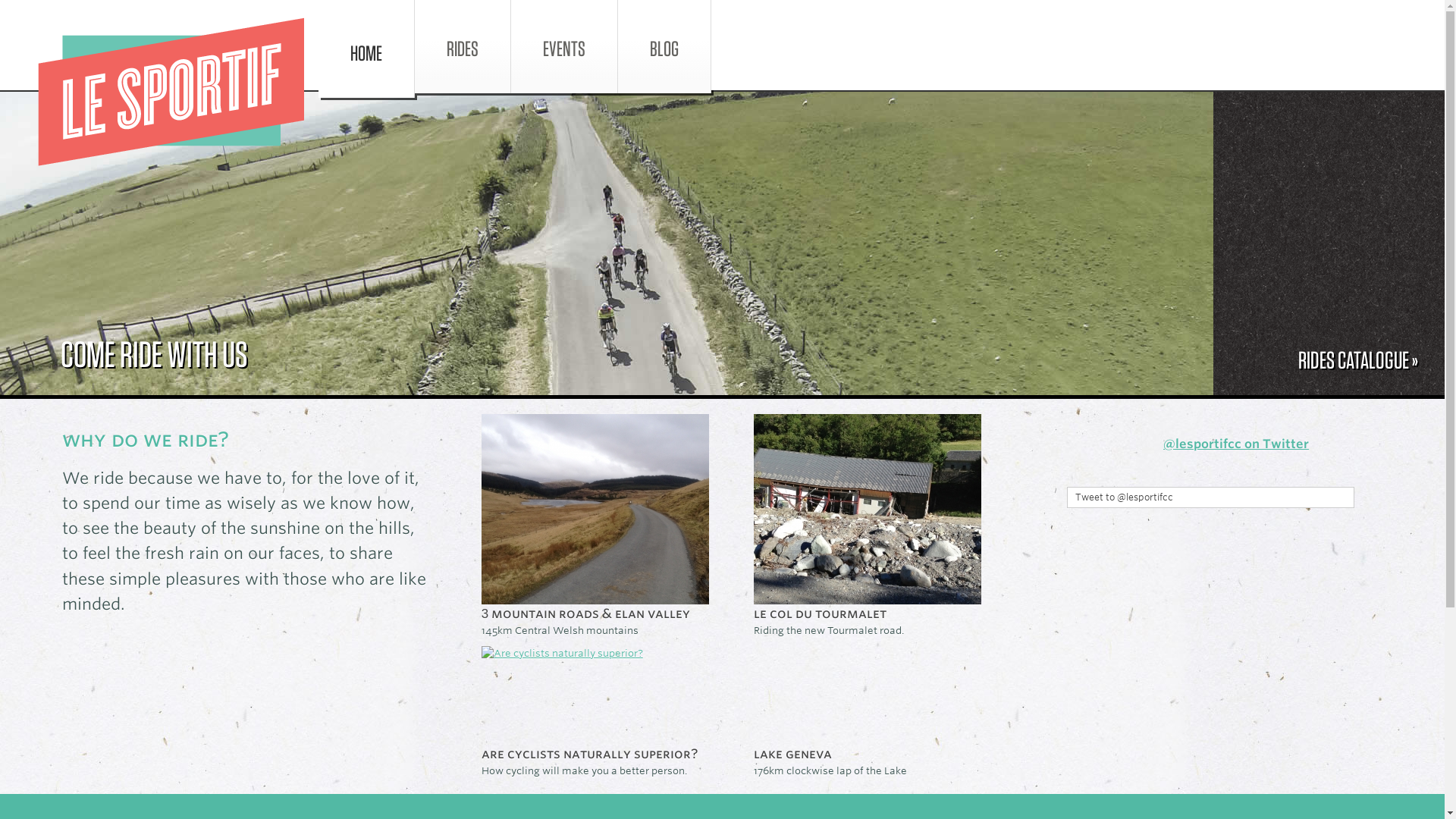 Image resolution: width=1456 pixels, height=819 pixels. What do you see at coordinates (1210, 497) in the screenshot?
I see `'Tweet to @lesportifcc'` at bounding box center [1210, 497].